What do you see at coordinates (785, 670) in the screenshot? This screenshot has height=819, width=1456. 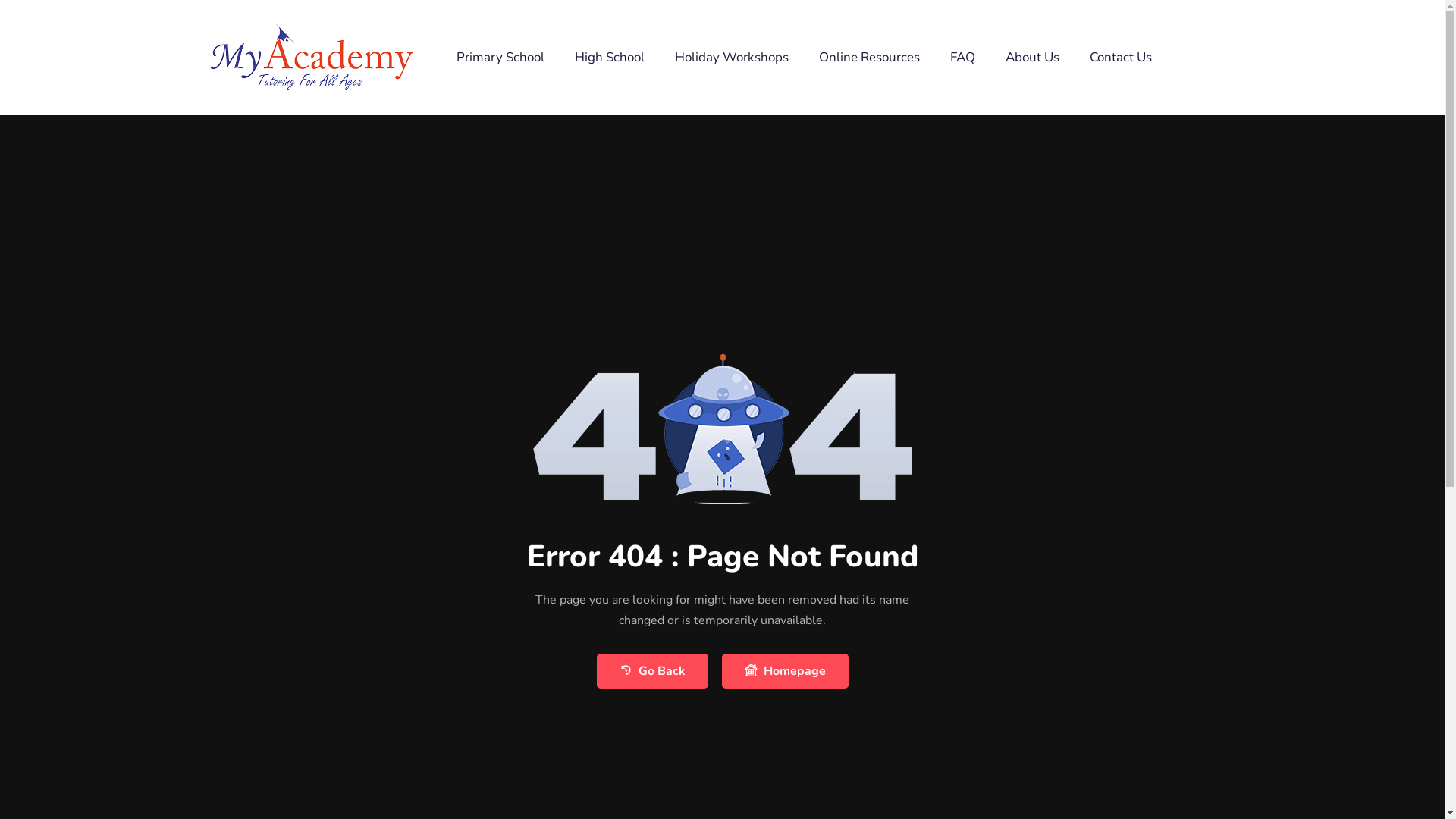 I see `'Homepage'` at bounding box center [785, 670].